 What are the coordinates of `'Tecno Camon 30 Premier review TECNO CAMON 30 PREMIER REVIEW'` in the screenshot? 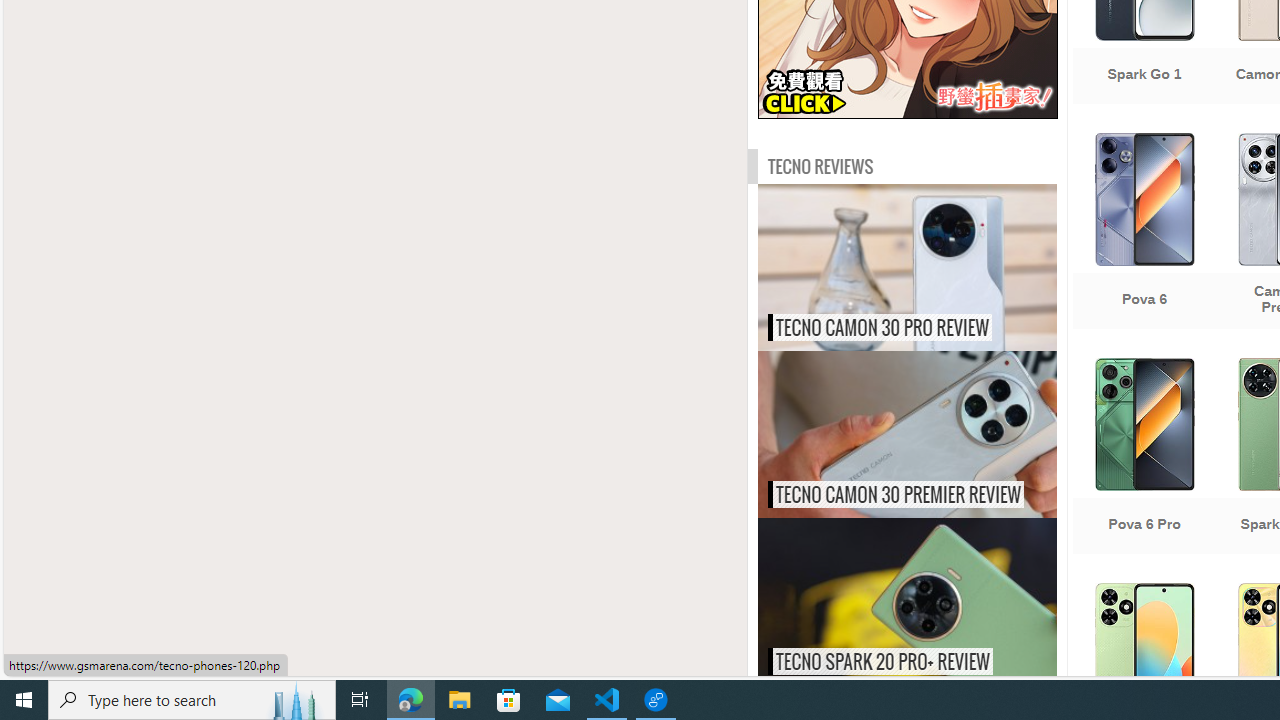 It's located at (906, 433).